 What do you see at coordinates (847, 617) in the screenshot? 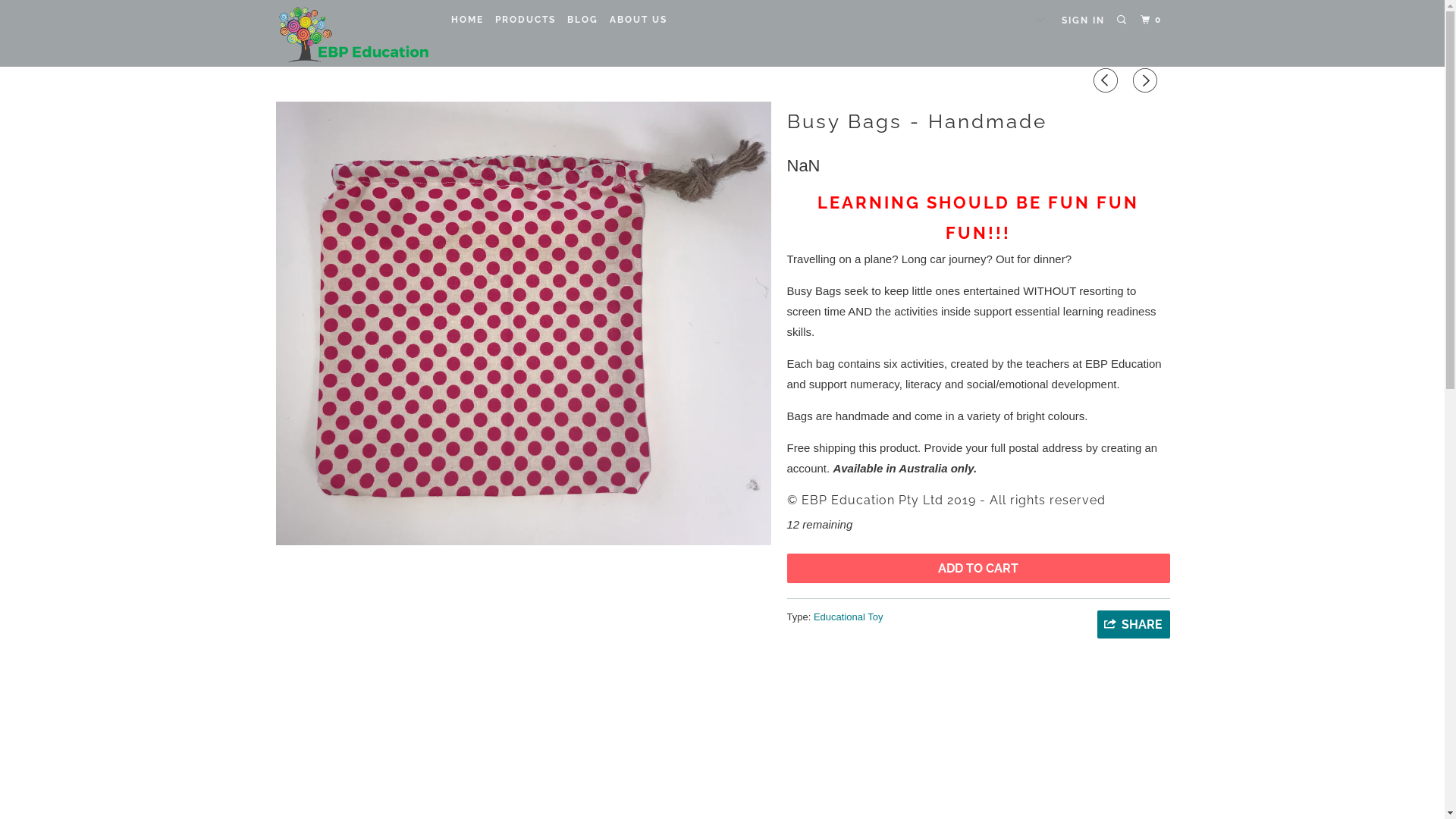
I see `'Educational Toy'` at bounding box center [847, 617].